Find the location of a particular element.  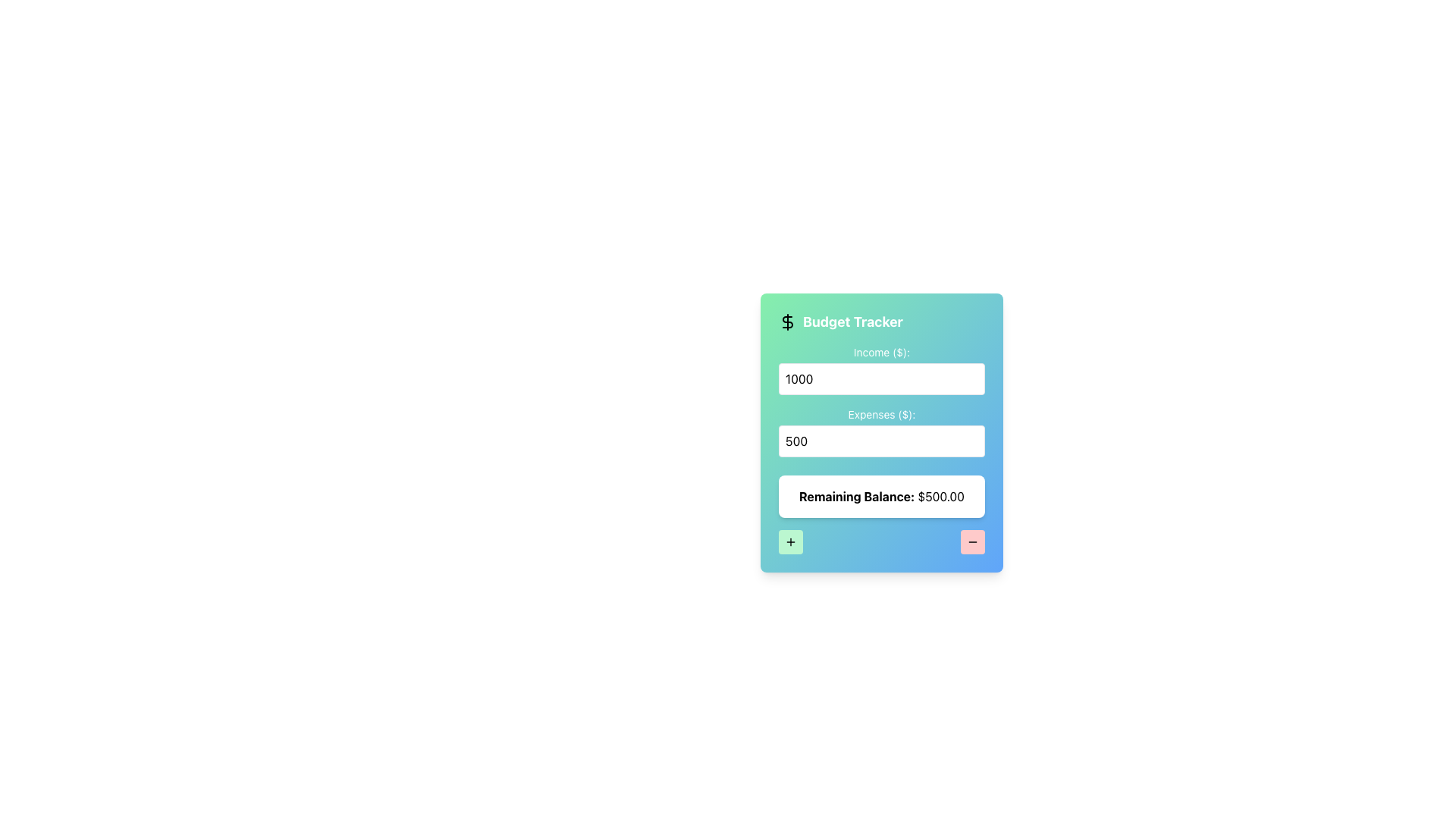

the header element styled with bold white text reading 'Budget Tracker' and accompanied by a dollar sign icon, located at the top of a card-like layout is located at coordinates (881, 321).